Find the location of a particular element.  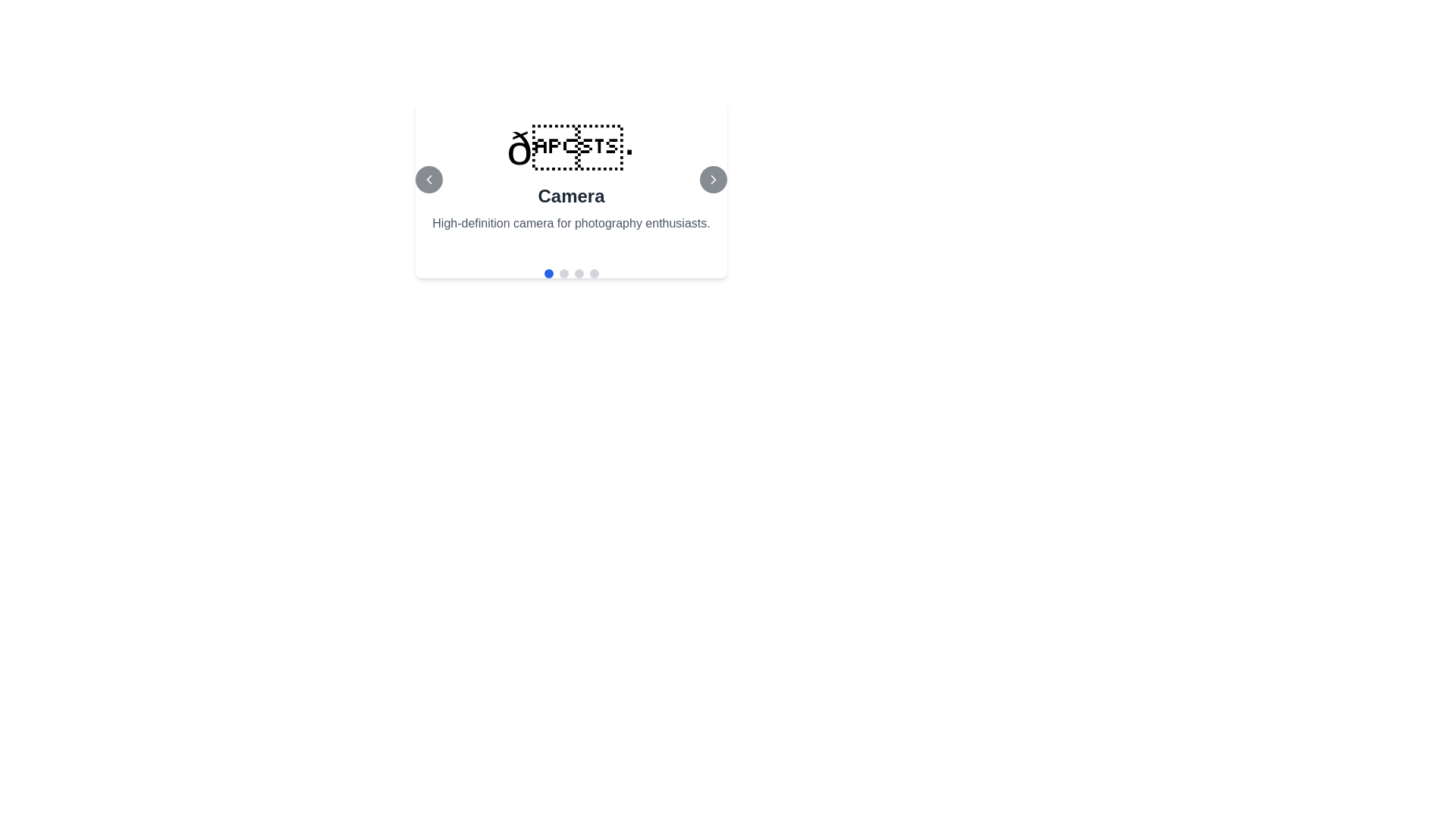

the left navigation button for the carousel is located at coordinates (428, 178).